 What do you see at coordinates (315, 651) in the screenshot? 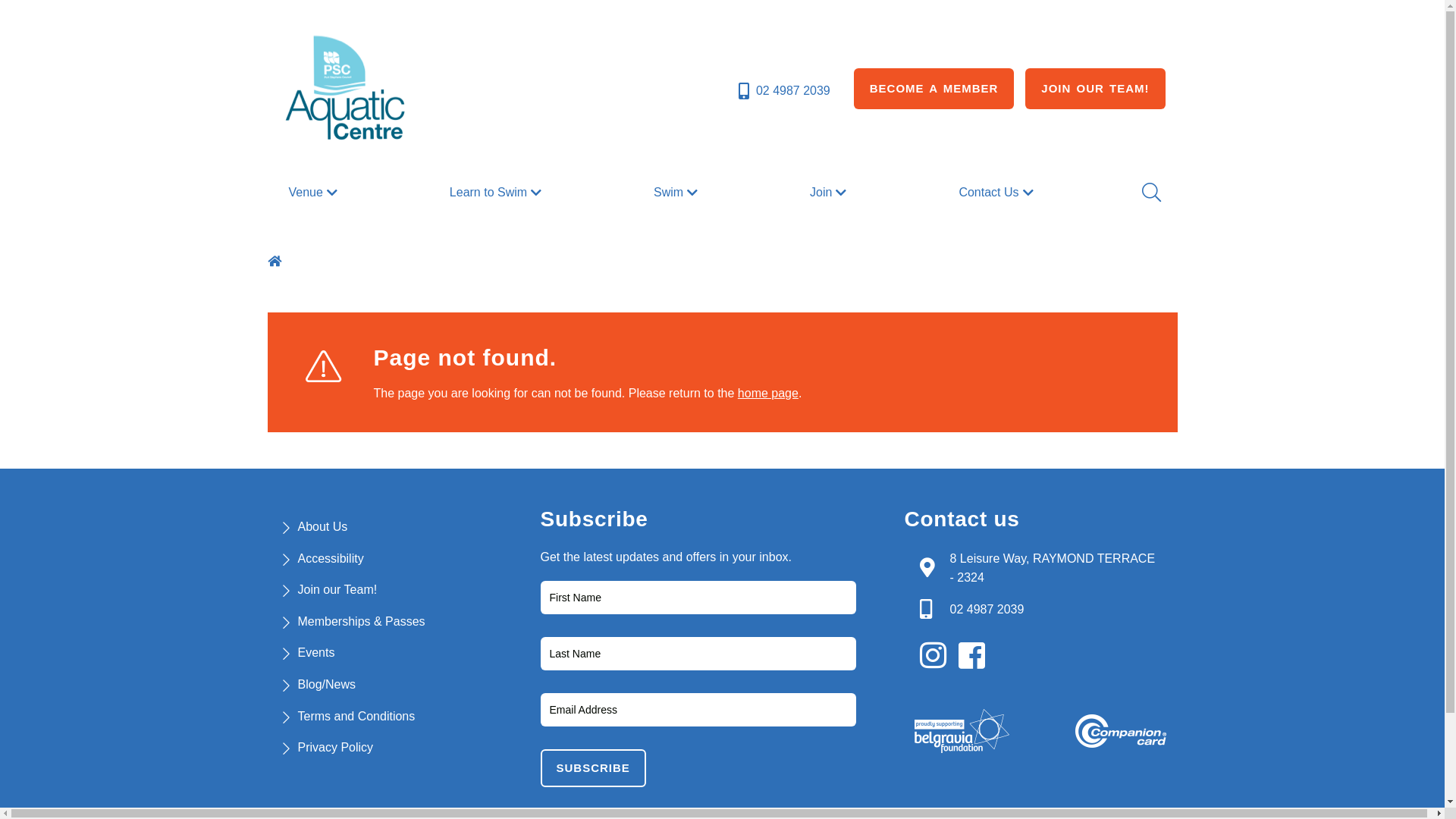
I see `'Events'` at bounding box center [315, 651].